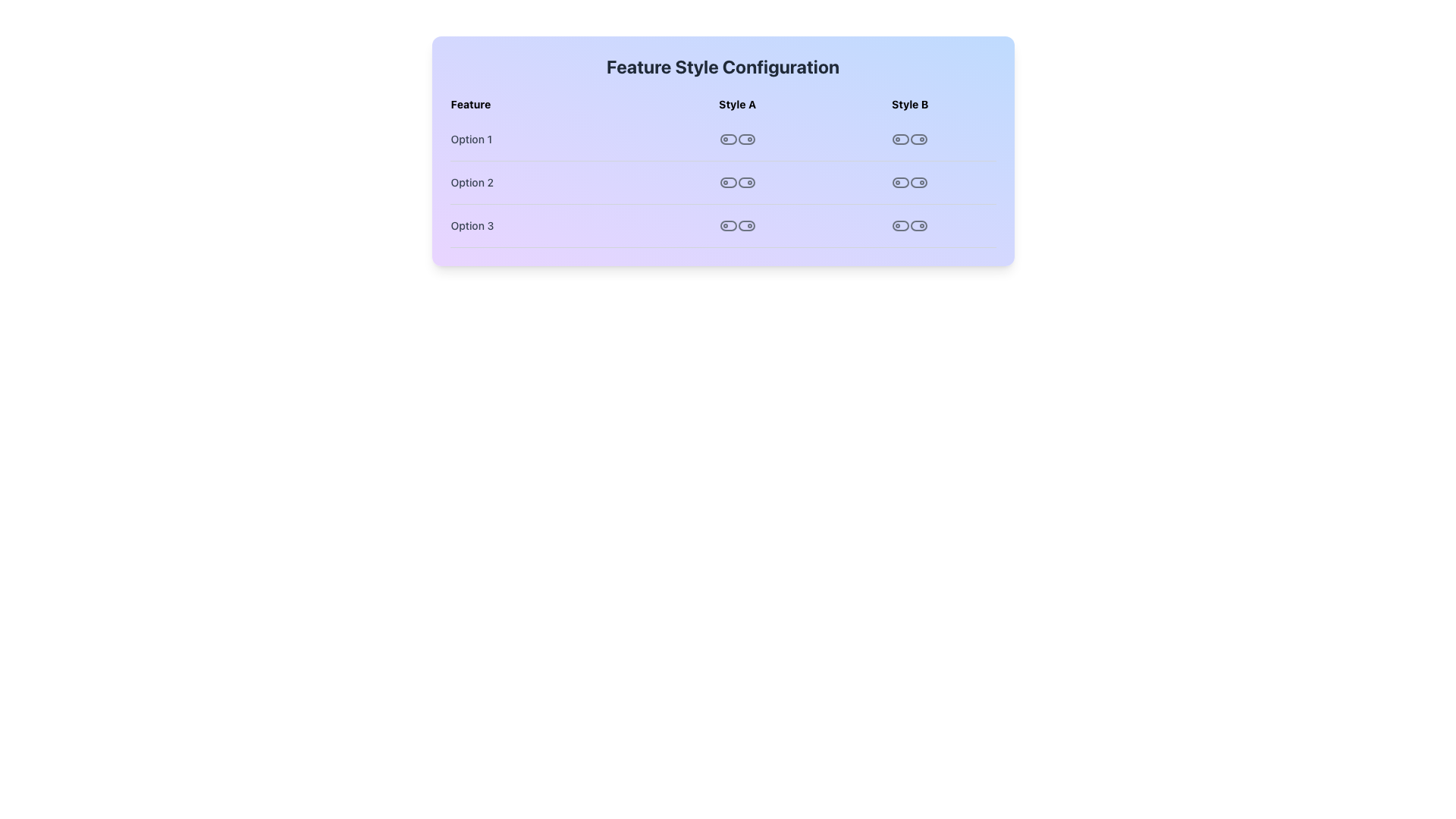  I want to click on the toggle switch button with a circular knob on the left in the 'Style A' column of the 'Option 3' row within the 'Feature Style Configuration' table, so click(728, 225).